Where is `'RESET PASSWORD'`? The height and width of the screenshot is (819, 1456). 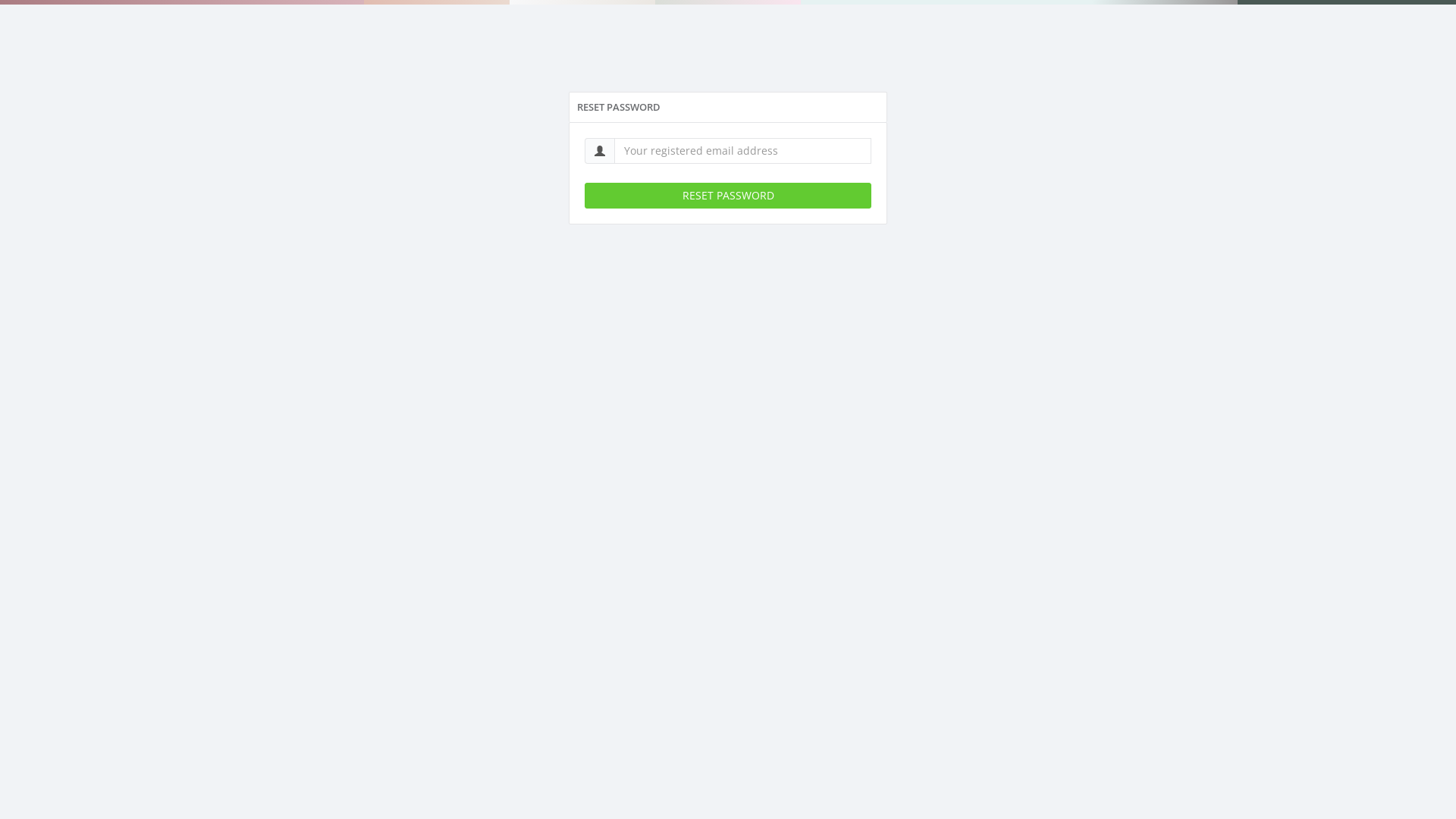 'RESET PASSWORD' is located at coordinates (728, 195).